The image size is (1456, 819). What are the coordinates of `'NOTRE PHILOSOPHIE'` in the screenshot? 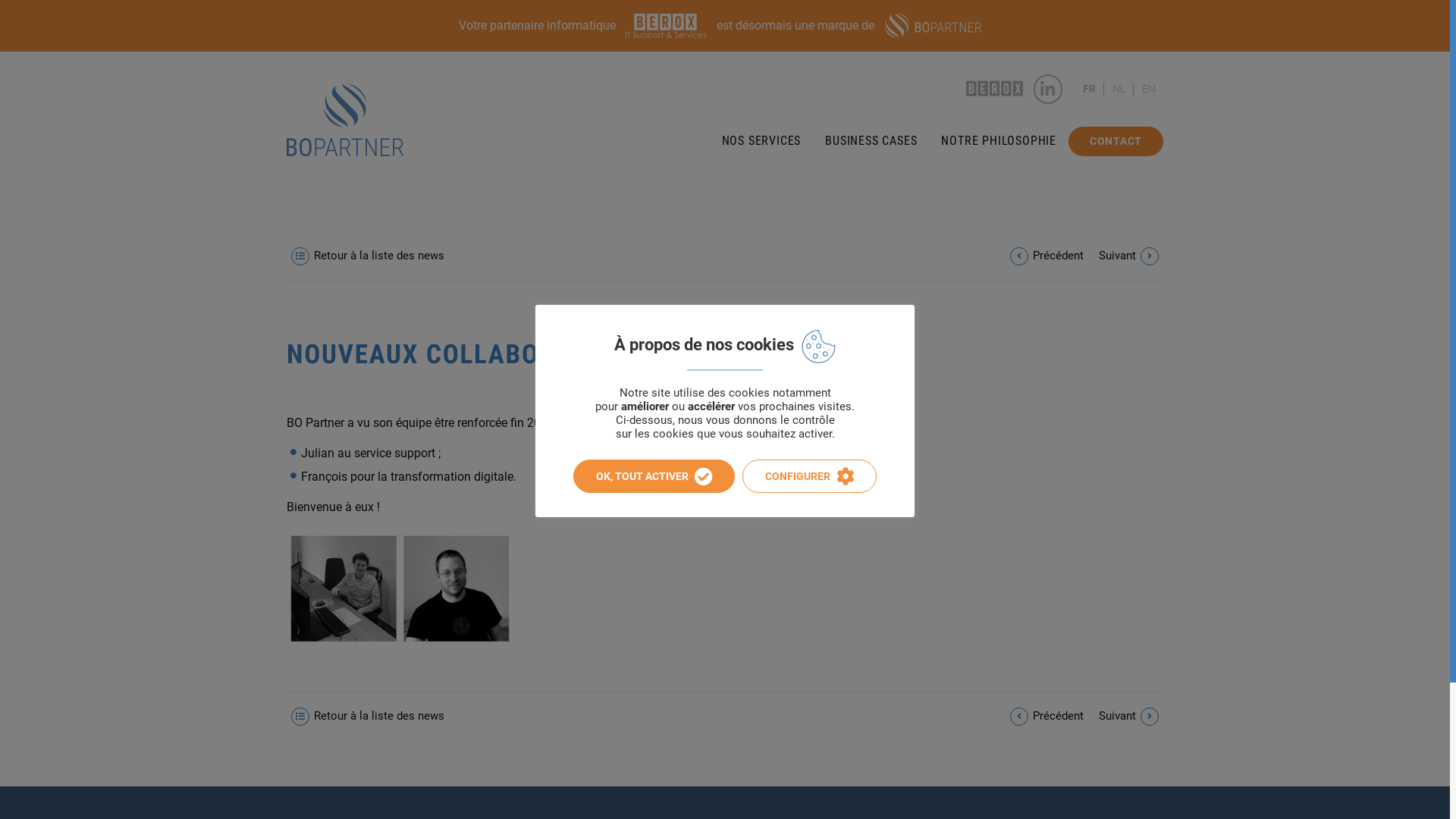 It's located at (998, 140).